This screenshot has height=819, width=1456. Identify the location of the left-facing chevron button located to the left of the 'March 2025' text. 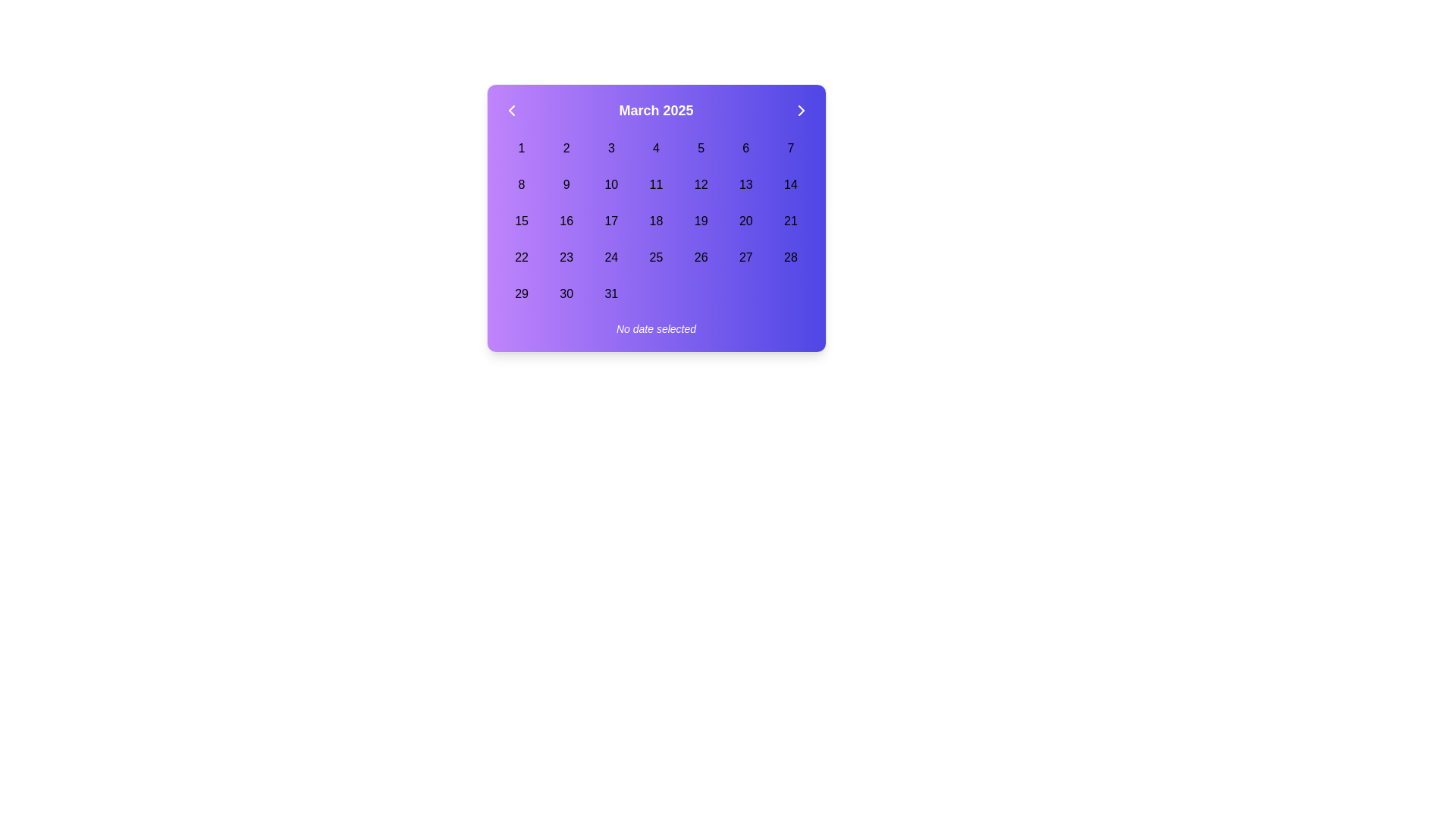
(511, 110).